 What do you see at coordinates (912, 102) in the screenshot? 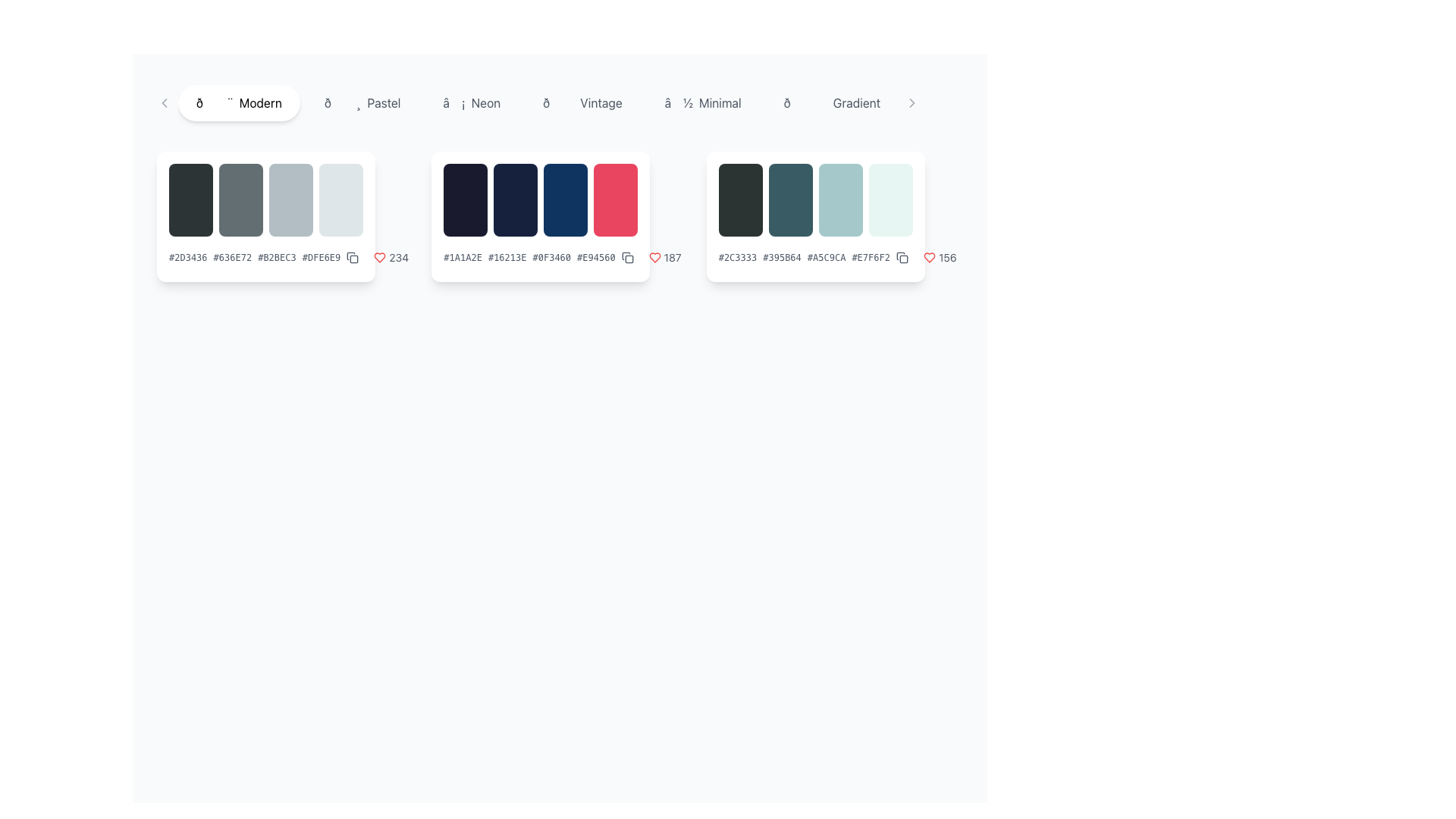
I see `the chevron button located at the far right end of the toolbar next to the 'Gradient' section label` at bounding box center [912, 102].